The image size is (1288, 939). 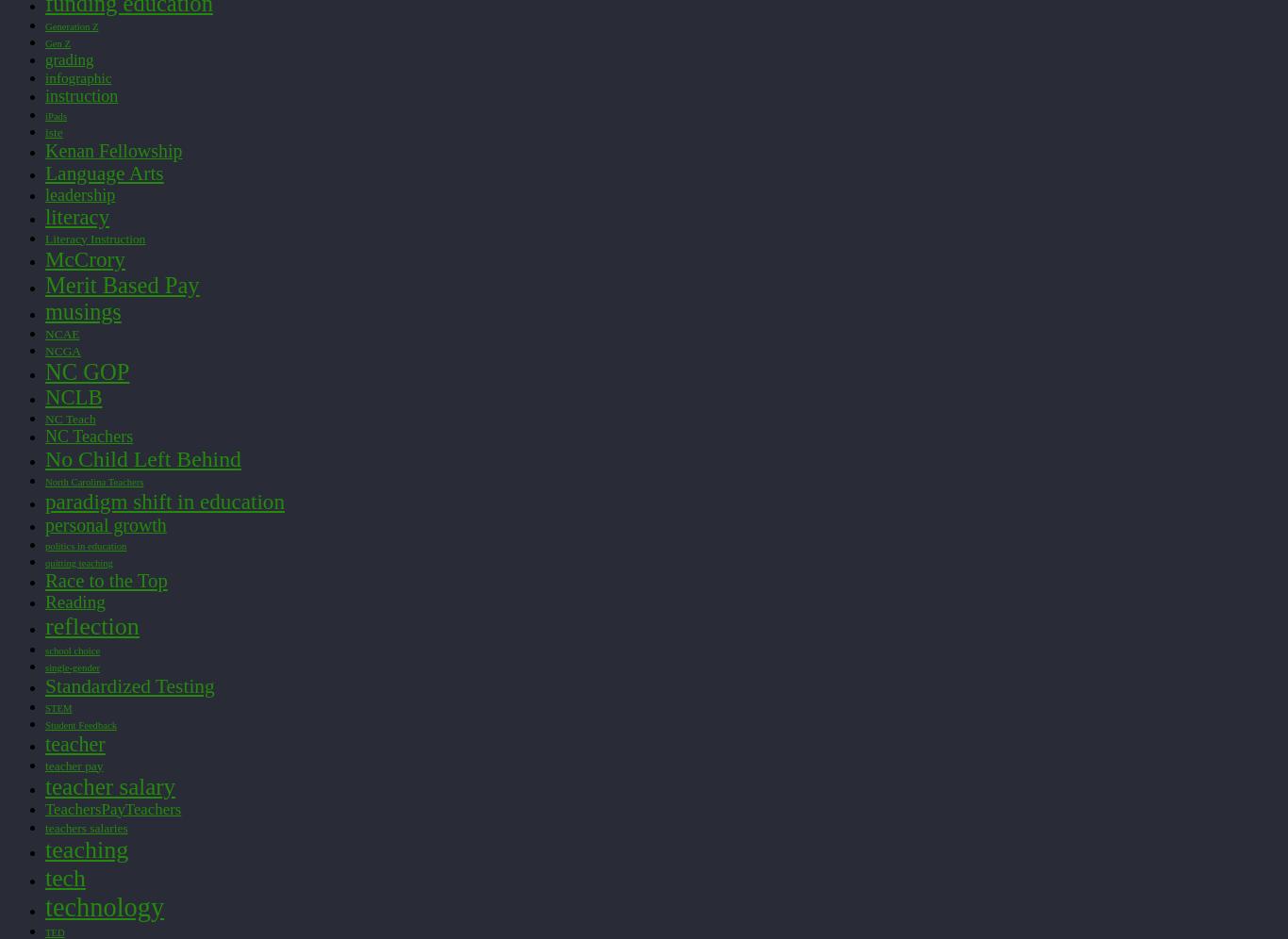 What do you see at coordinates (109, 785) in the screenshot?
I see `'teacher salary'` at bounding box center [109, 785].